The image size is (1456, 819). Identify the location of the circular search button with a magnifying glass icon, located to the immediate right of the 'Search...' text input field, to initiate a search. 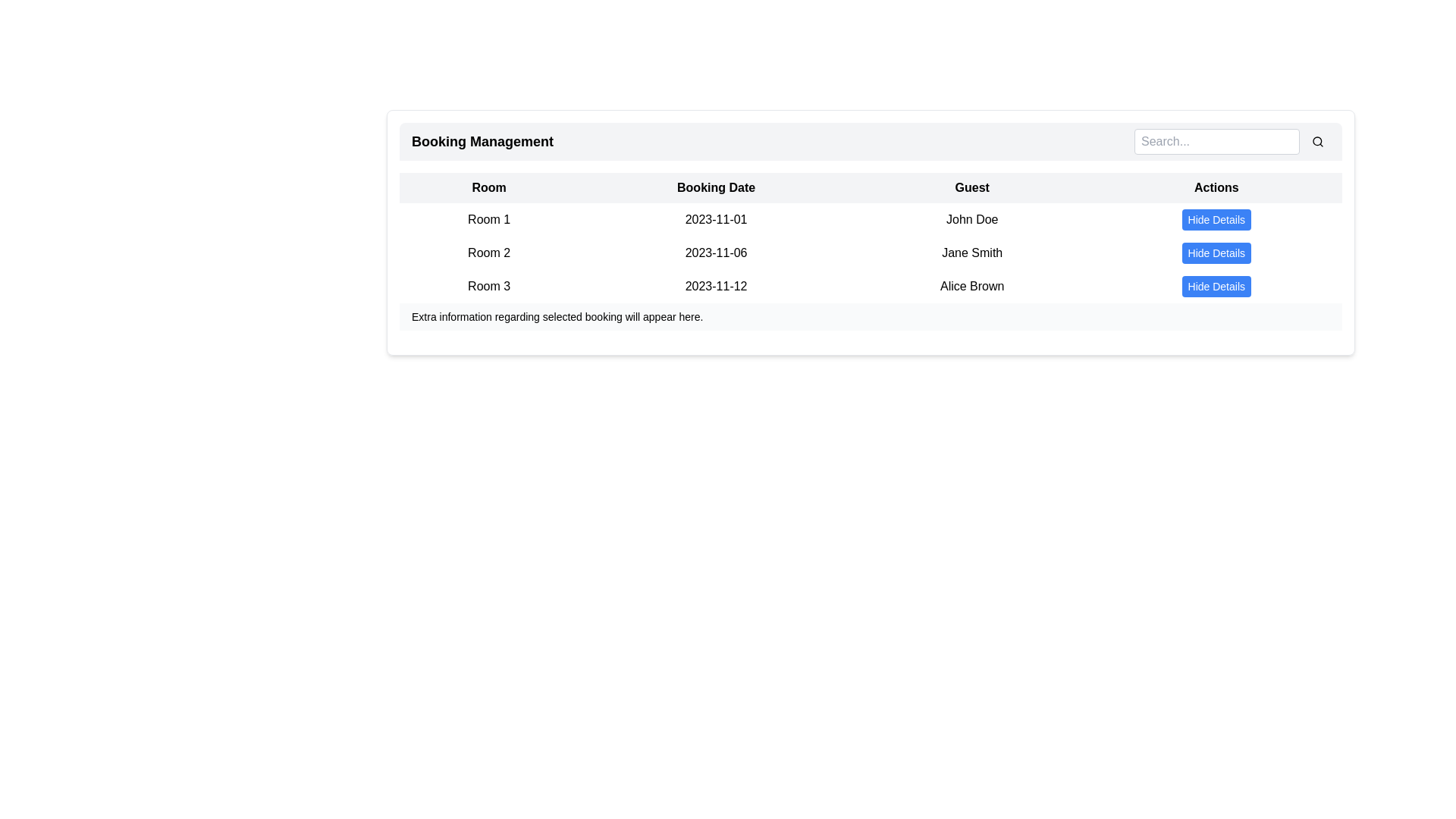
(1316, 141).